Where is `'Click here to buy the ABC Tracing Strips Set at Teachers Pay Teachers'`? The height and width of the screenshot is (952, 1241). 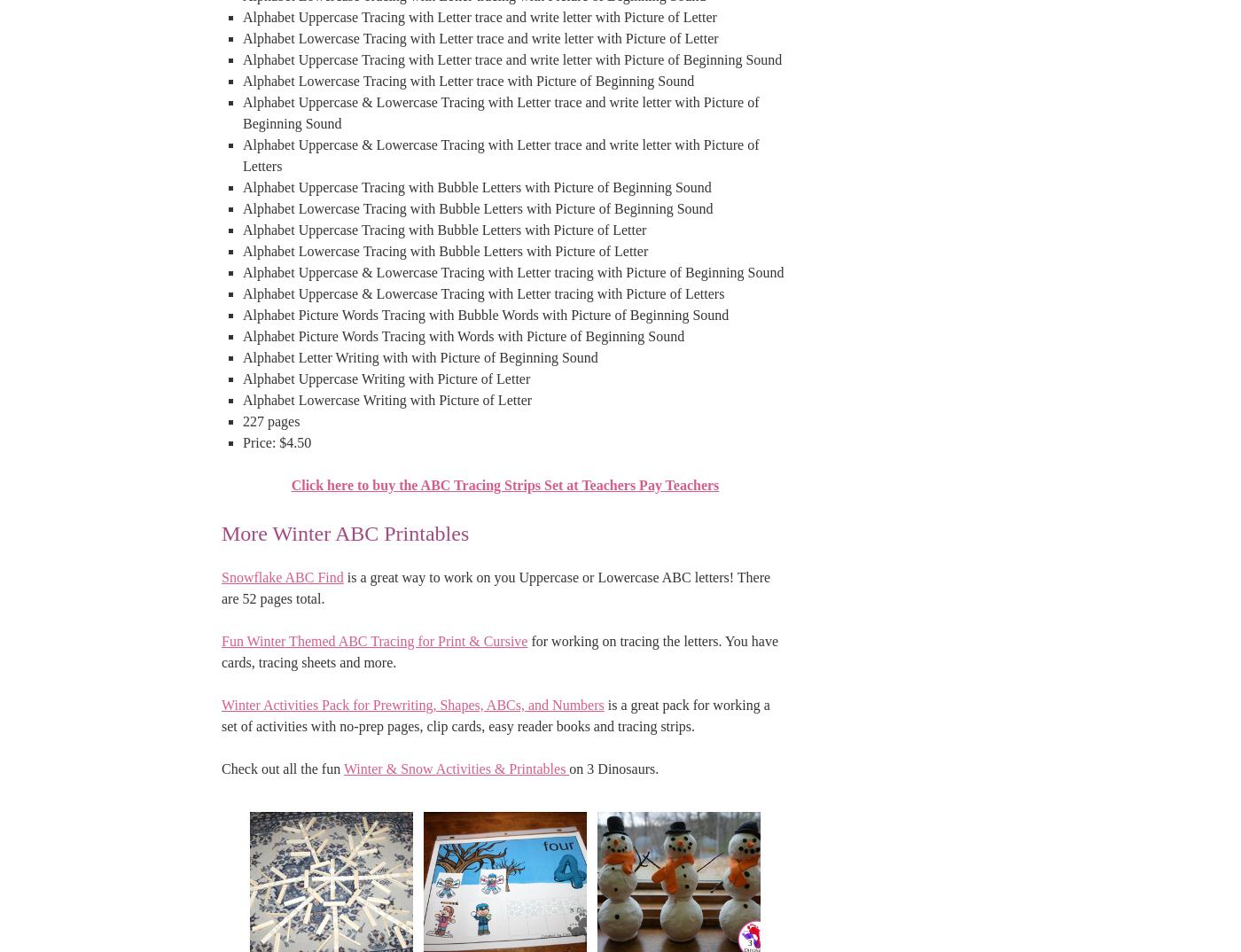 'Click here to buy the ABC Tracing Strips Set at Teachers Pay Teachers' is located at coordinates (504, 483).